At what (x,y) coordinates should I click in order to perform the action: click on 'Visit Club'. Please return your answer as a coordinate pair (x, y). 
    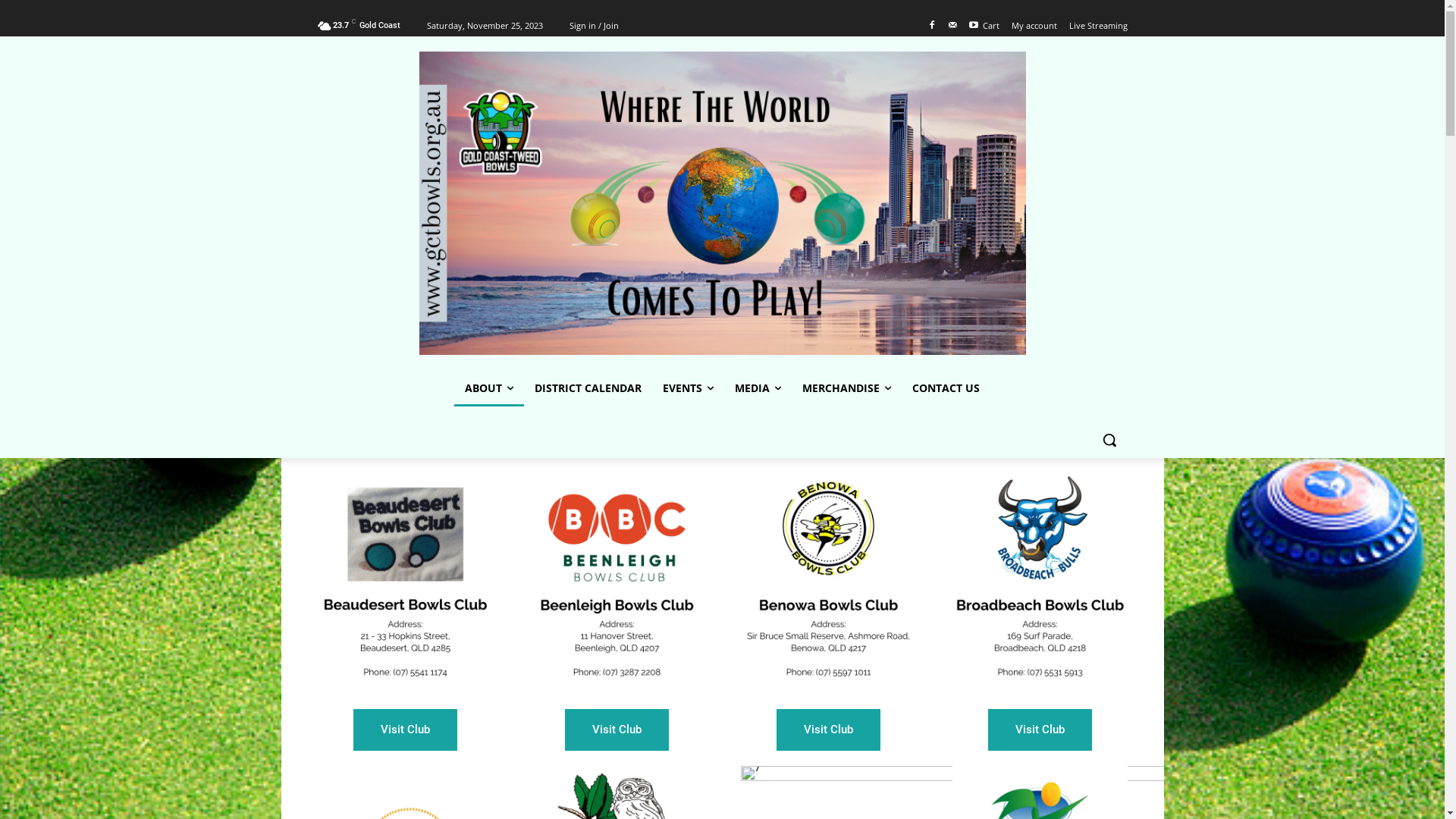
    Looking at the image, I should click on (987, 729).